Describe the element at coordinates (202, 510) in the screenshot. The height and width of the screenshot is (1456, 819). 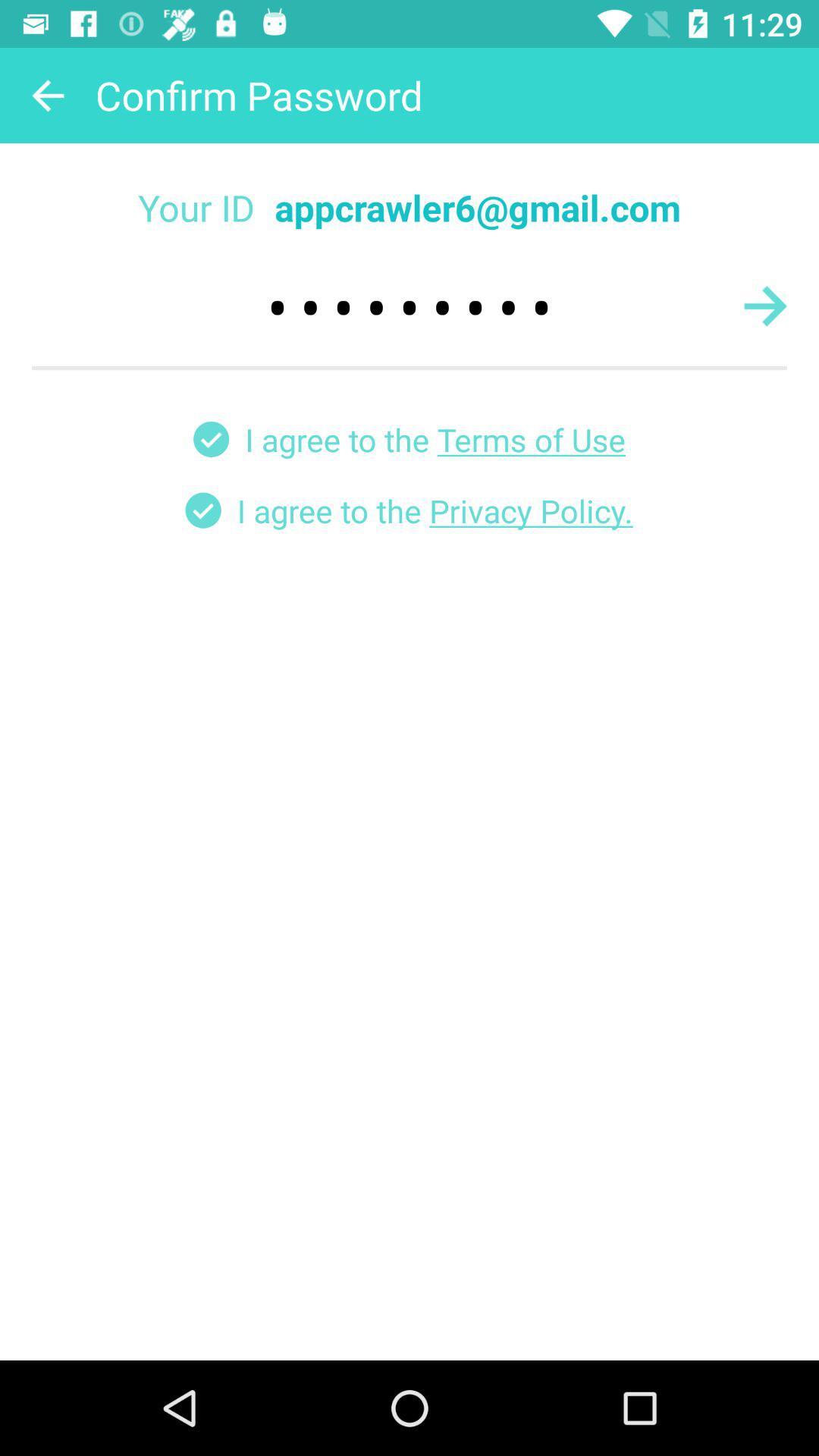
I see `the check icon` at that location.